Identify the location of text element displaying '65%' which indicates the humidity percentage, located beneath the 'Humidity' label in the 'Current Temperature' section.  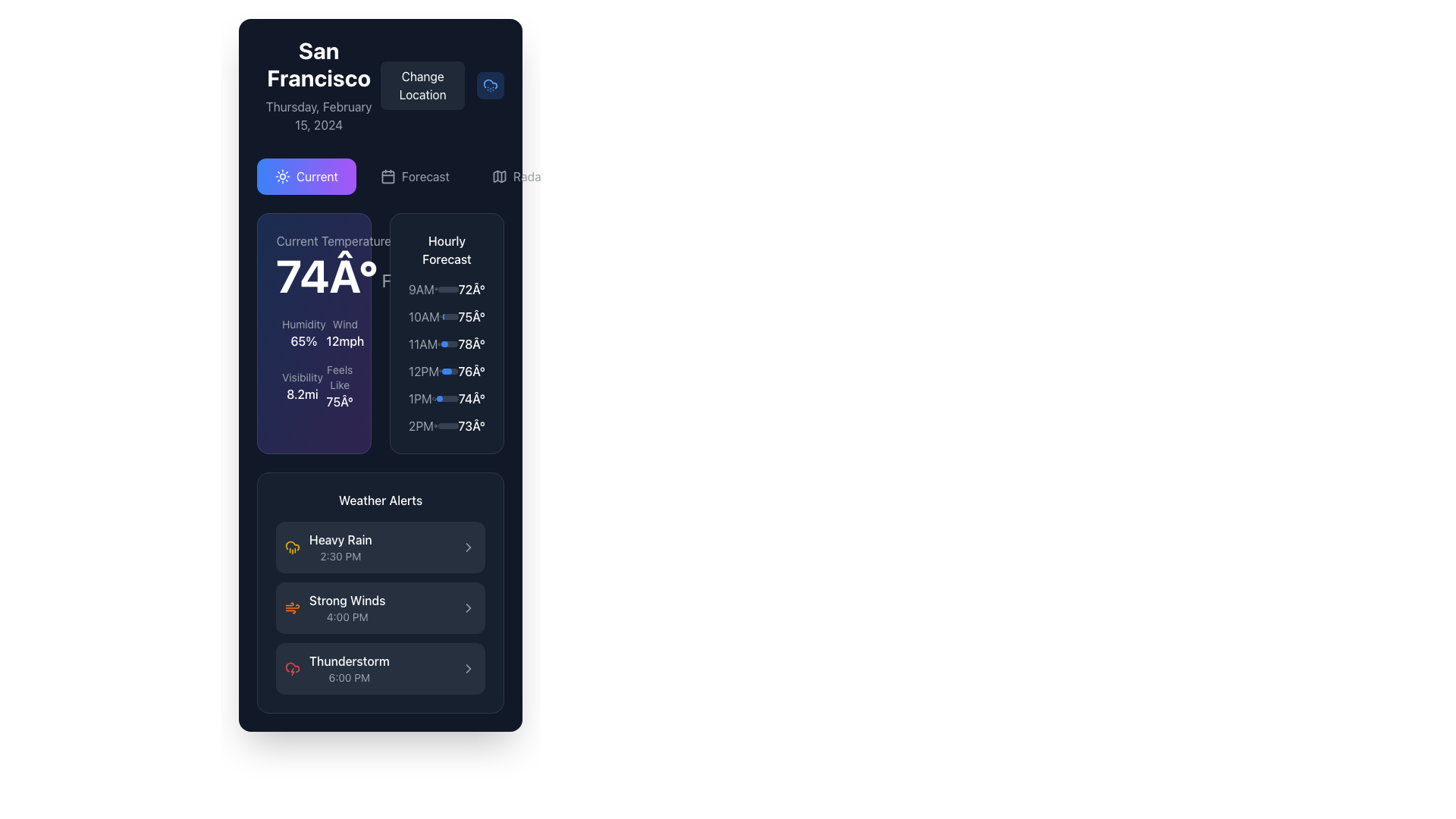
(303, 341).